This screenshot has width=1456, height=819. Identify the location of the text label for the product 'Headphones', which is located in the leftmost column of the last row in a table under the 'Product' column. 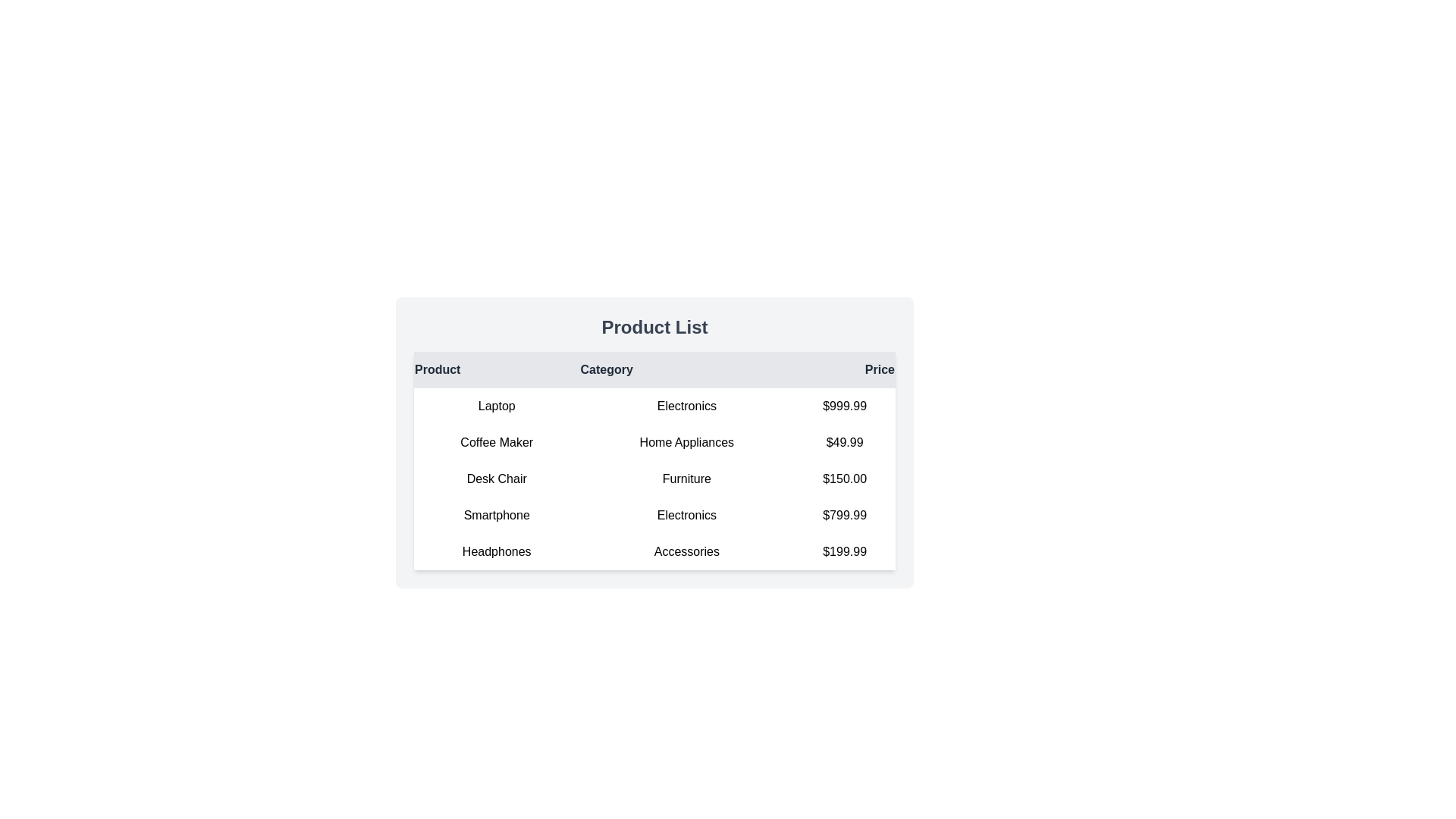
(497, 552).